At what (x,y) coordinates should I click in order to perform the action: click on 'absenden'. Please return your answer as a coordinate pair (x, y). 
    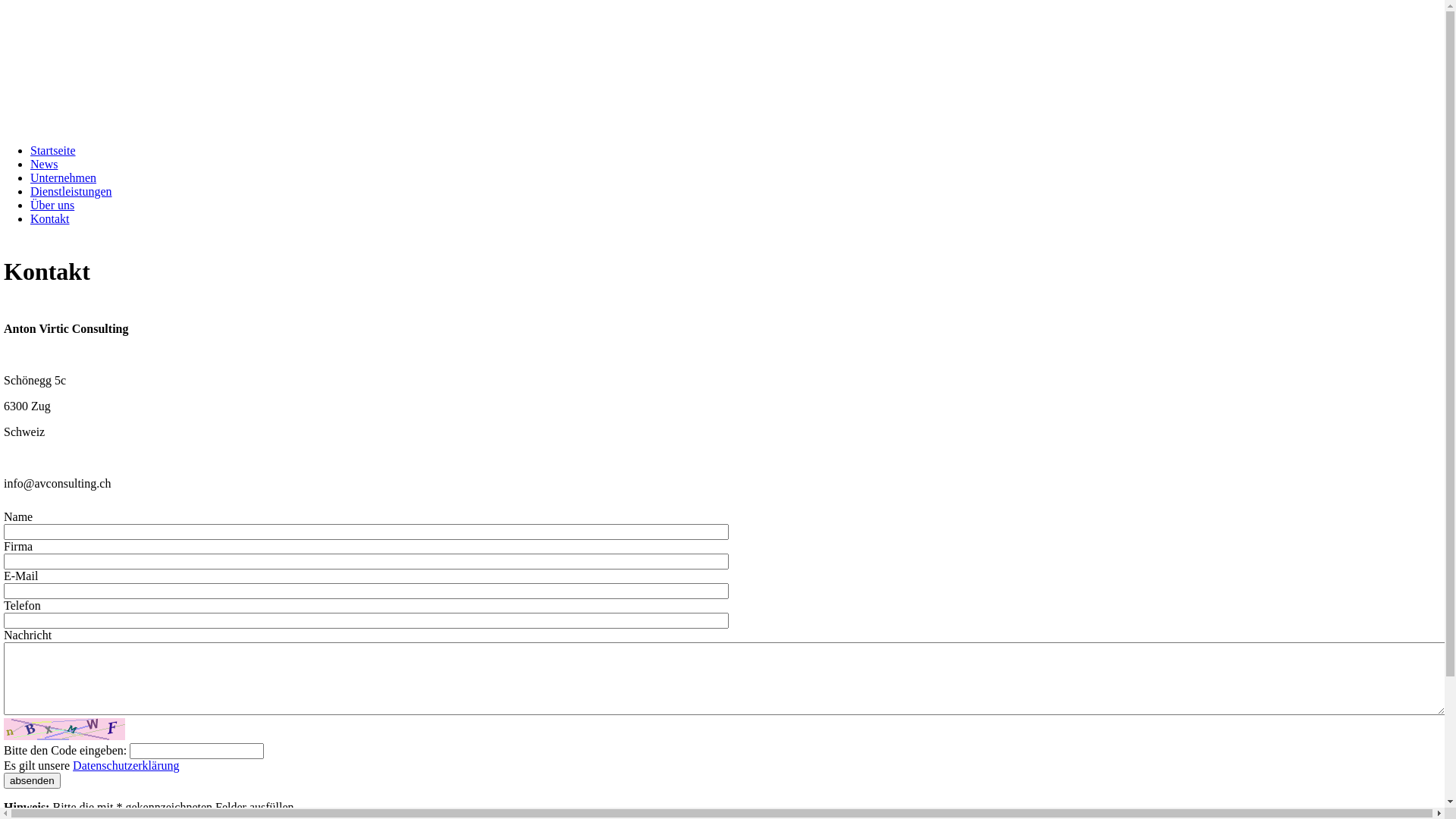
    Looking at the image, I should click on (3, 780).